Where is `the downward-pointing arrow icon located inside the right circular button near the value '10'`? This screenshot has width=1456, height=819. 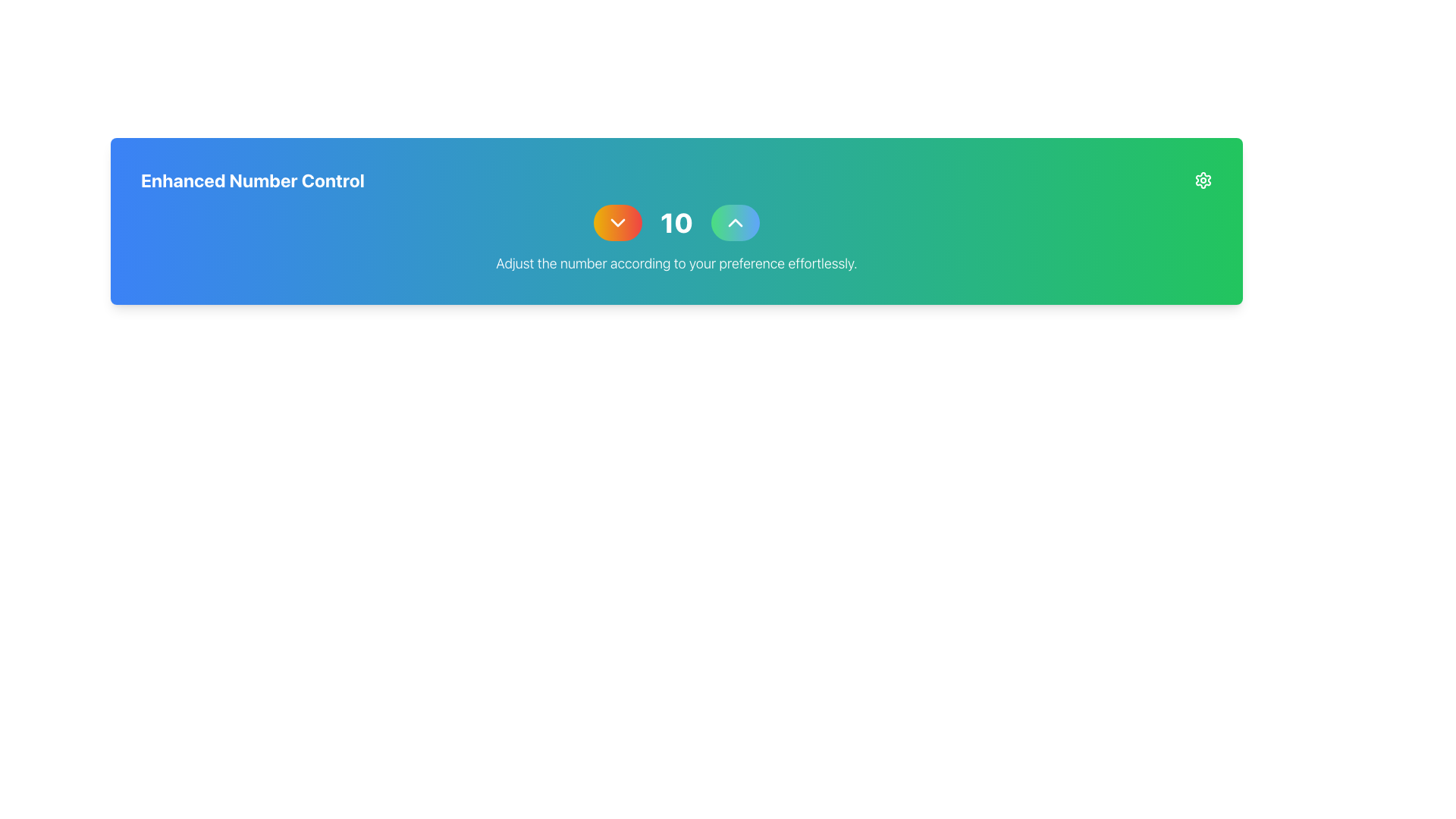
the downward-pointing arrow icon located inside the right circular button near the value '10' is located at coordinates (618, 222).